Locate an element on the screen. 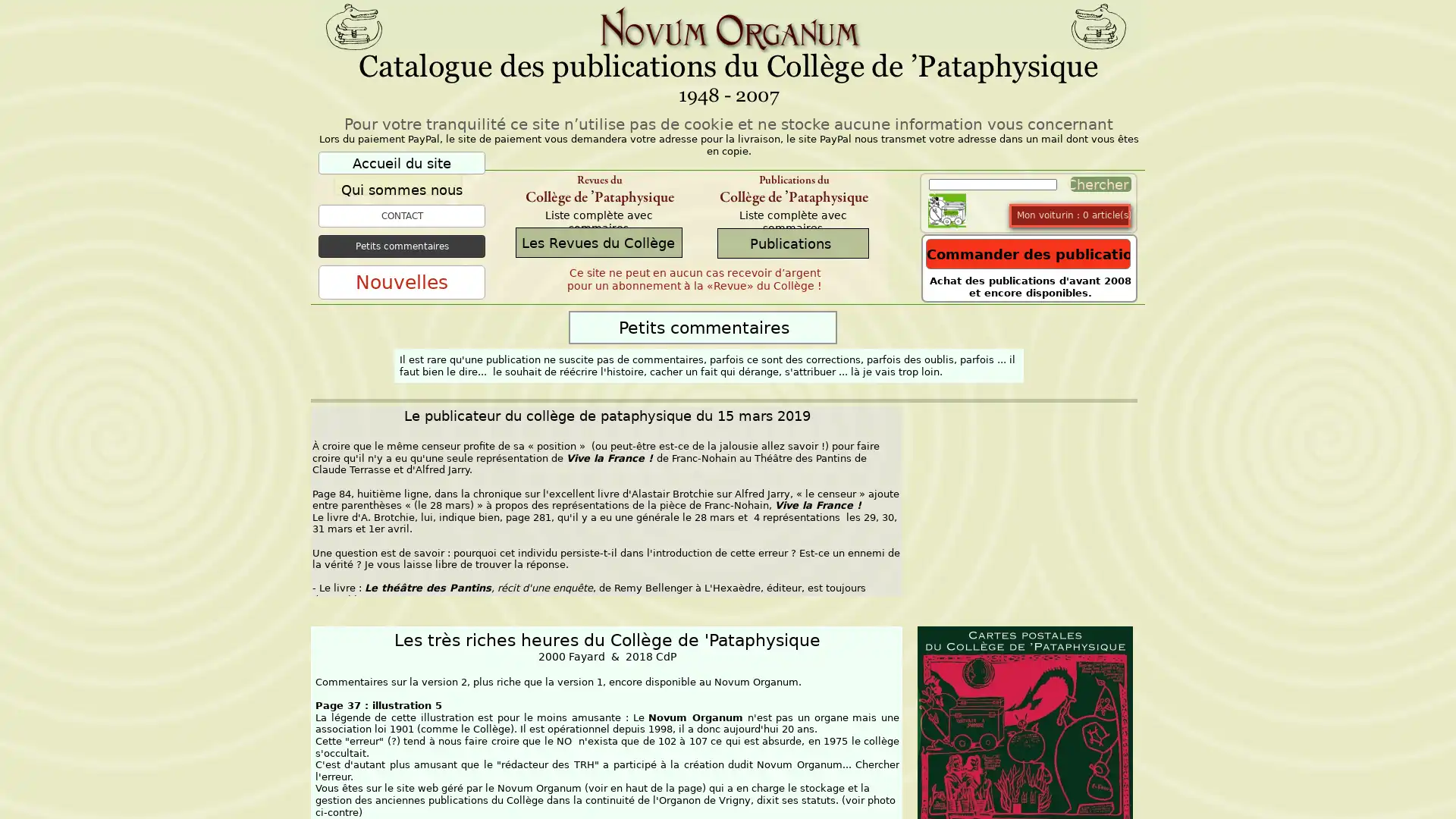 Image resolution: width=1456 pixels, height=819 pixels. Chercher is located at coordinates (1097, 184).